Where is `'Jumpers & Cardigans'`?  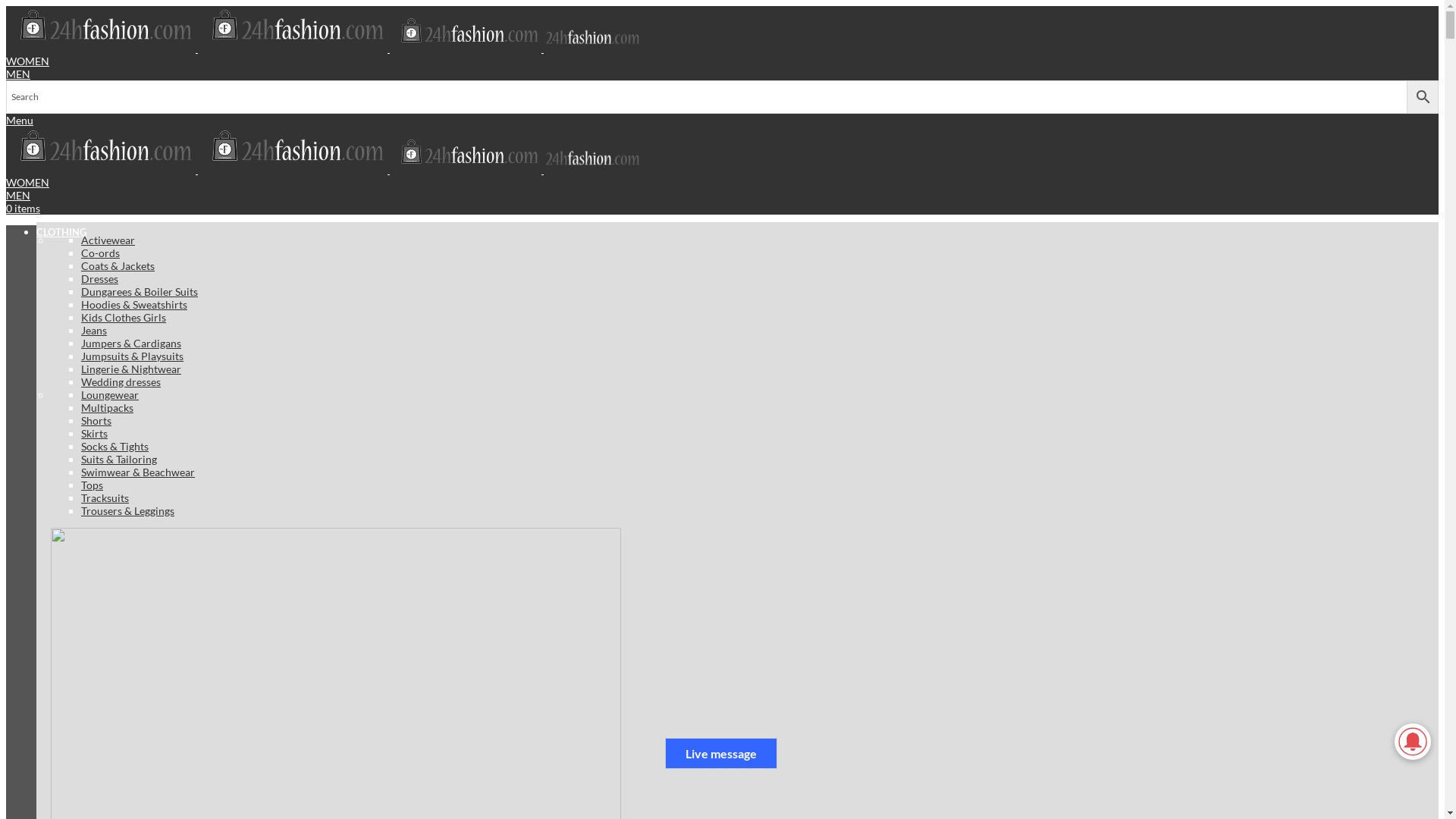
'Jumpers & Cardigans' is located at coordinates (130, 343).